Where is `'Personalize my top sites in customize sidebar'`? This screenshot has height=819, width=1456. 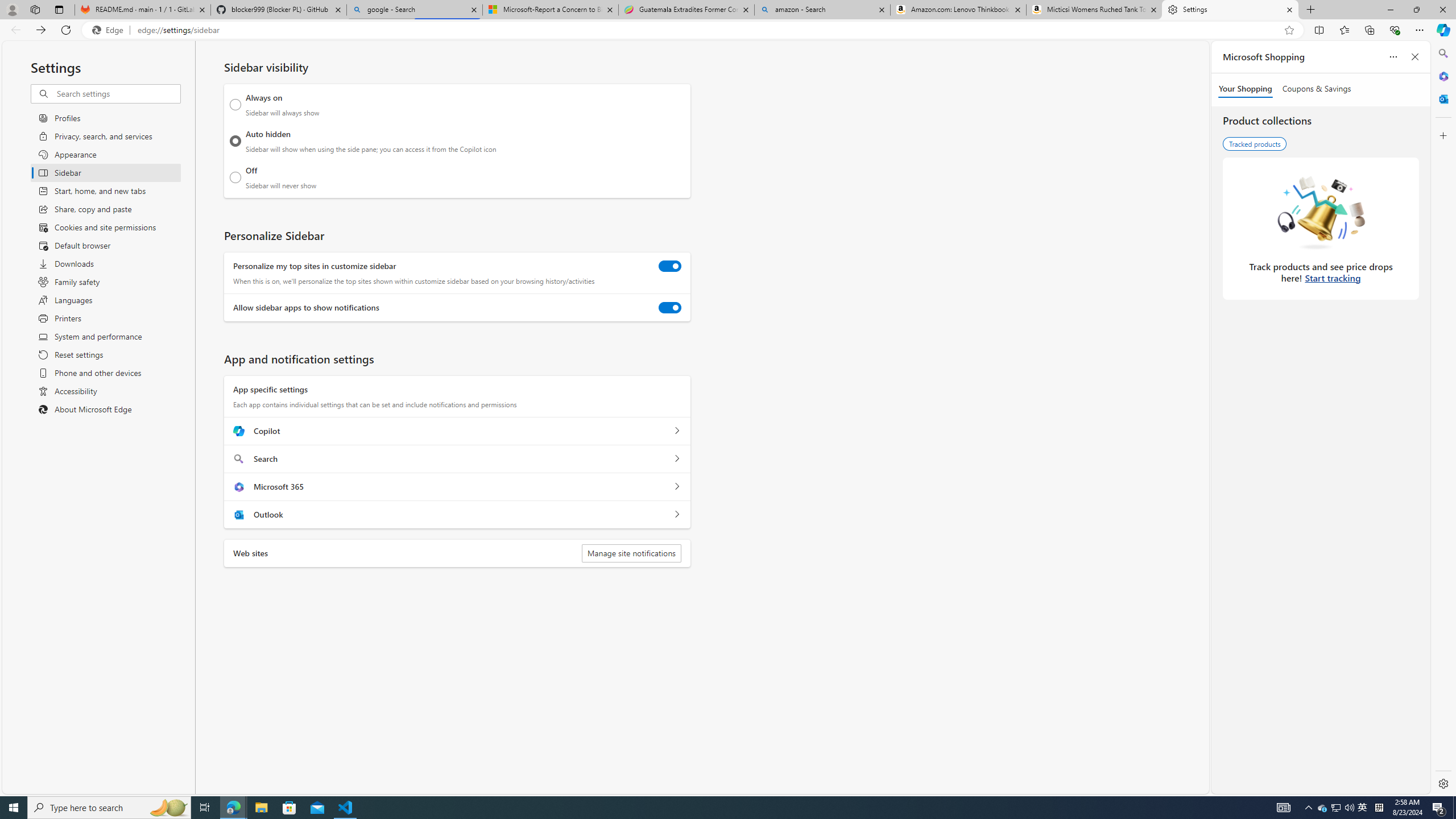 'Personalize my top sites in customize sidebar' is located at coordinates (669, 266).